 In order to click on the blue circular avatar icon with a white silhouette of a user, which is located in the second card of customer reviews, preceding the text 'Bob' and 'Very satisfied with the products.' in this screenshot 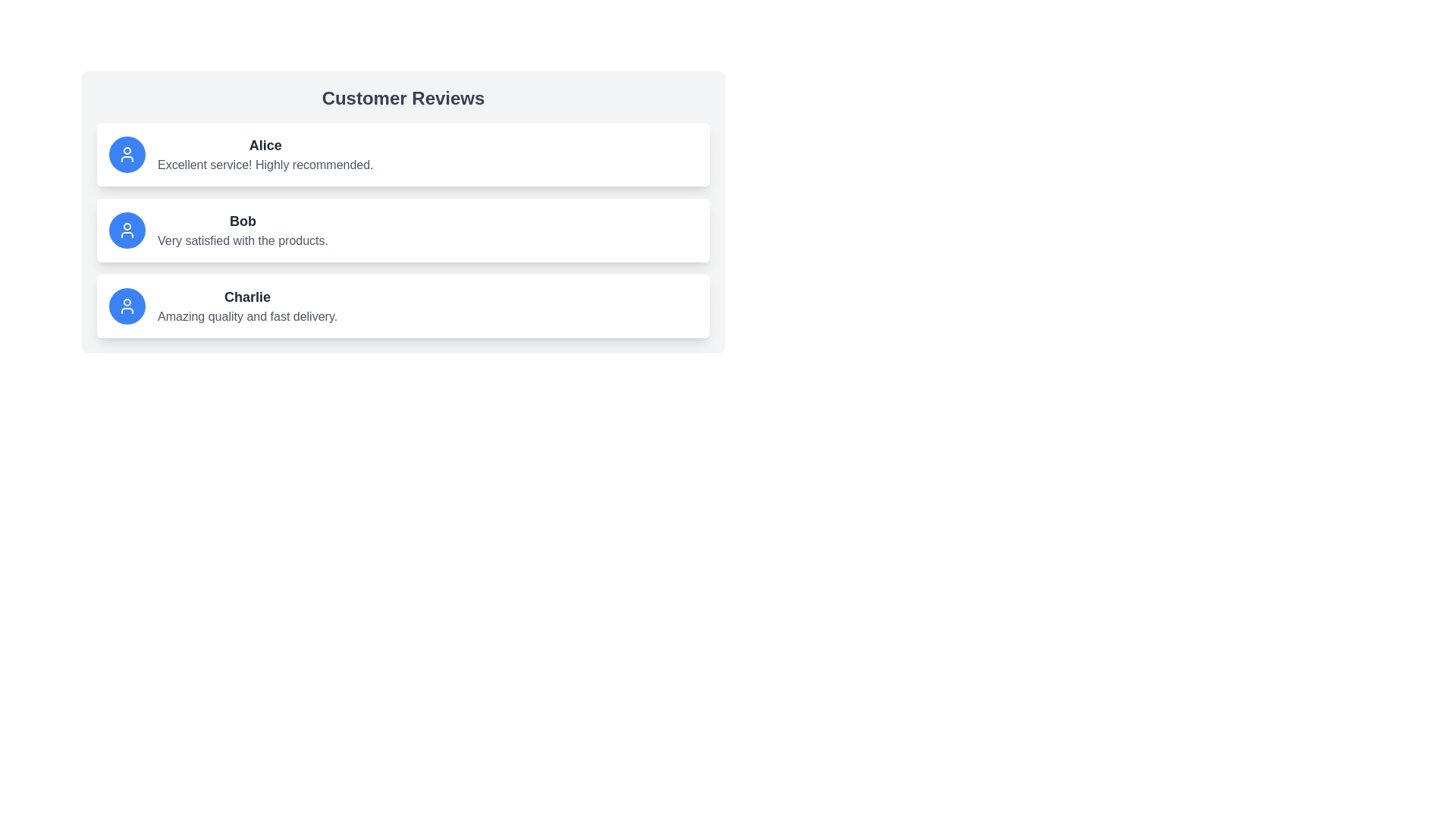, I will do `click(127, 231)`.